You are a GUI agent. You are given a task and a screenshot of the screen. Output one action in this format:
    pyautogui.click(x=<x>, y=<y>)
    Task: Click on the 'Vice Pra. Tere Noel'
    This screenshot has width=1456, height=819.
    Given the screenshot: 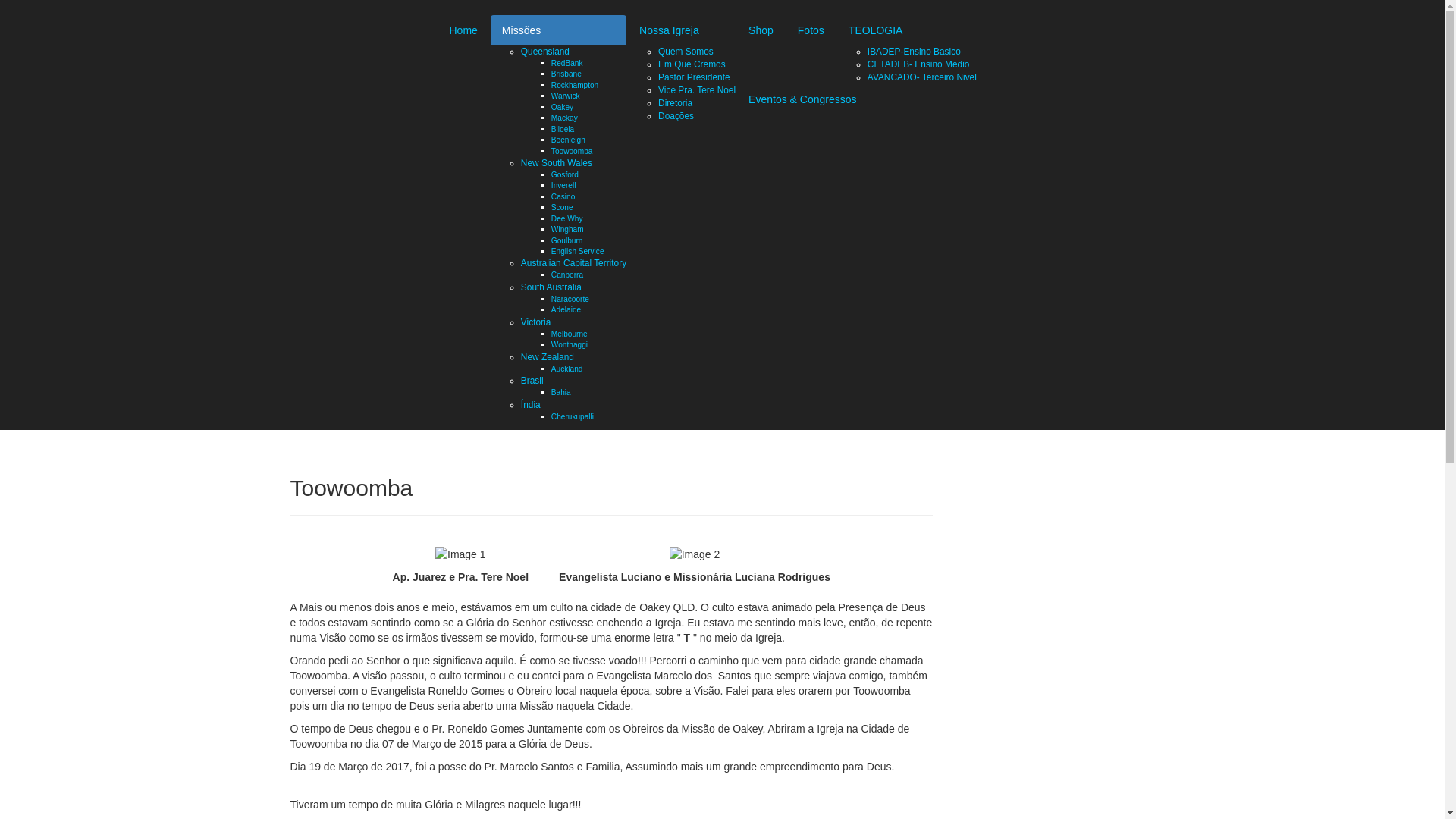 What is the action you would take?
    pyautogui.click(x=695, y=90)
    